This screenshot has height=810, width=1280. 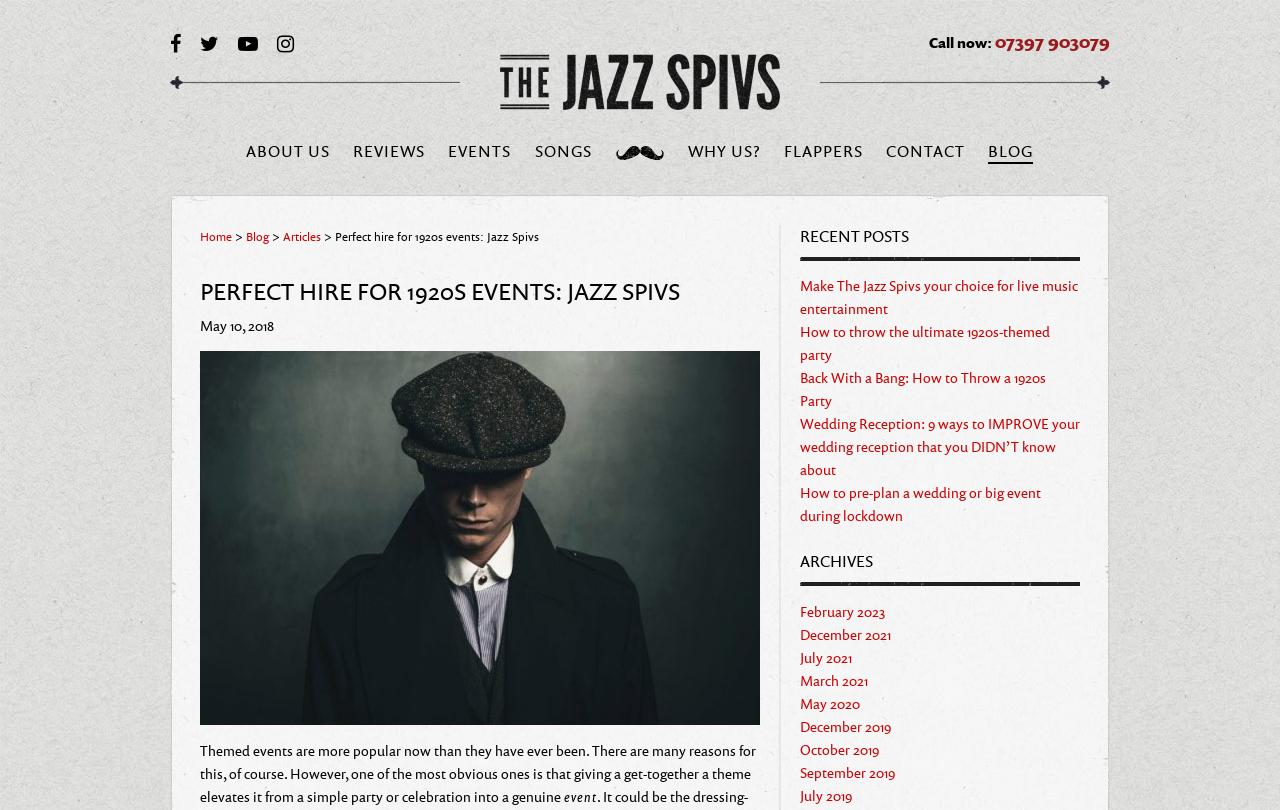 I want to click on 'Home', so click(x=216, y=235).